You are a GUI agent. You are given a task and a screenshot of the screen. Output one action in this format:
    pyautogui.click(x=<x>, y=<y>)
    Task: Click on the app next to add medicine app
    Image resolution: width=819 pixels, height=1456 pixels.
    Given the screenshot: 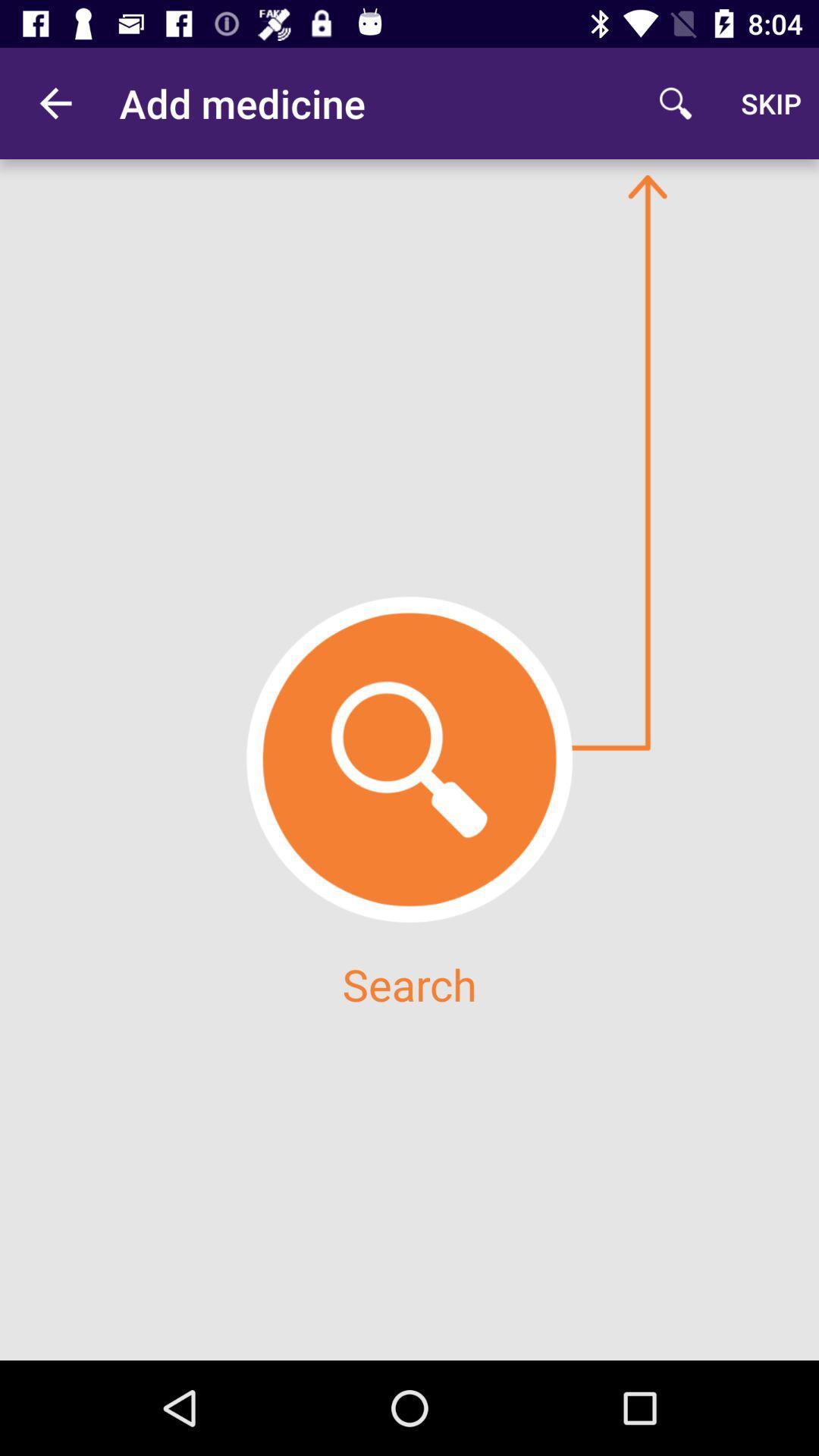 What is the action you would take?
    pyautogui.click(x=675, y=102)
    